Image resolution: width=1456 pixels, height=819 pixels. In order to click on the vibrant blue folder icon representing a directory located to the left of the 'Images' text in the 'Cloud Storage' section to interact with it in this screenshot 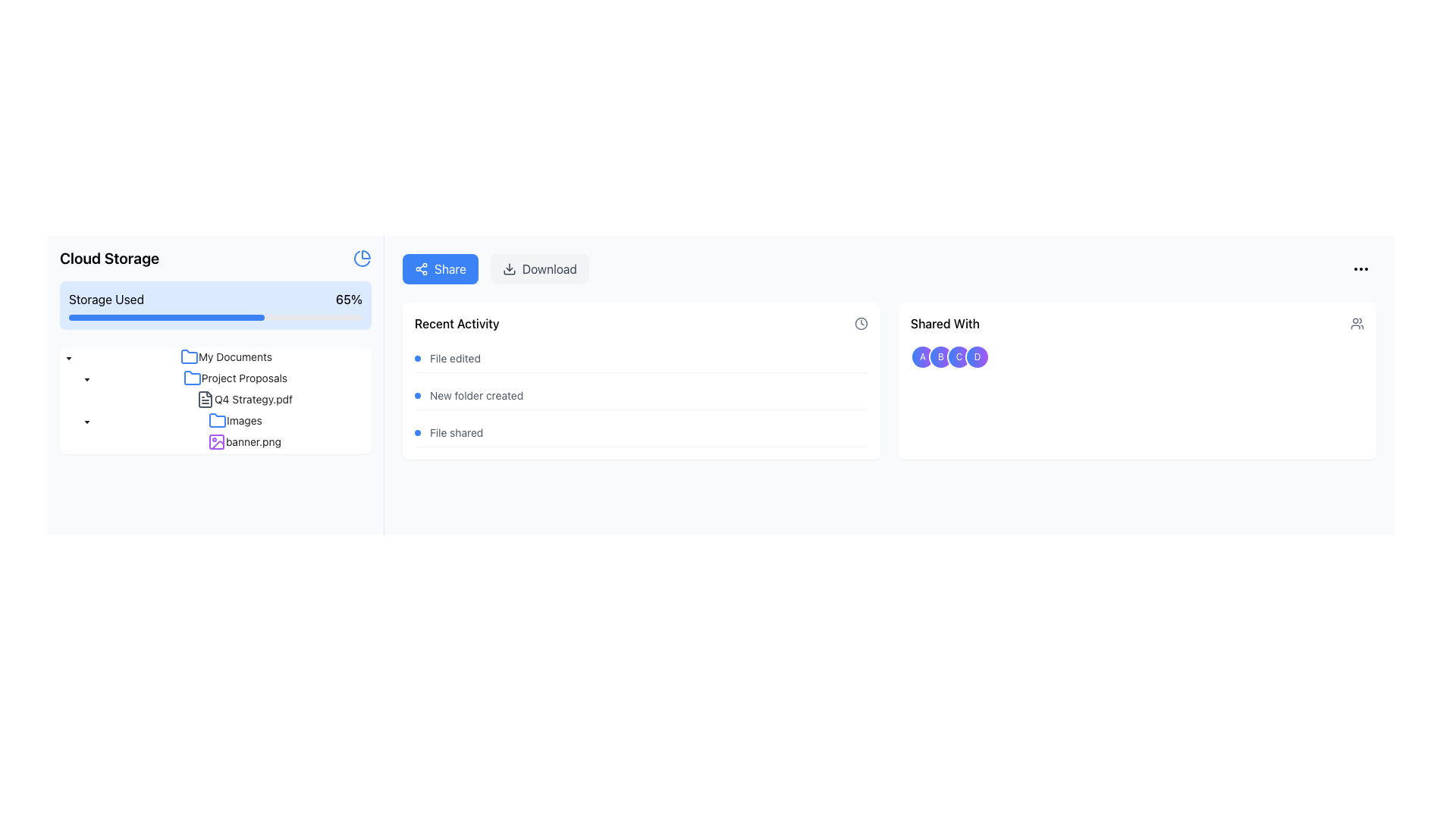, I will do `click(217, 421)`.